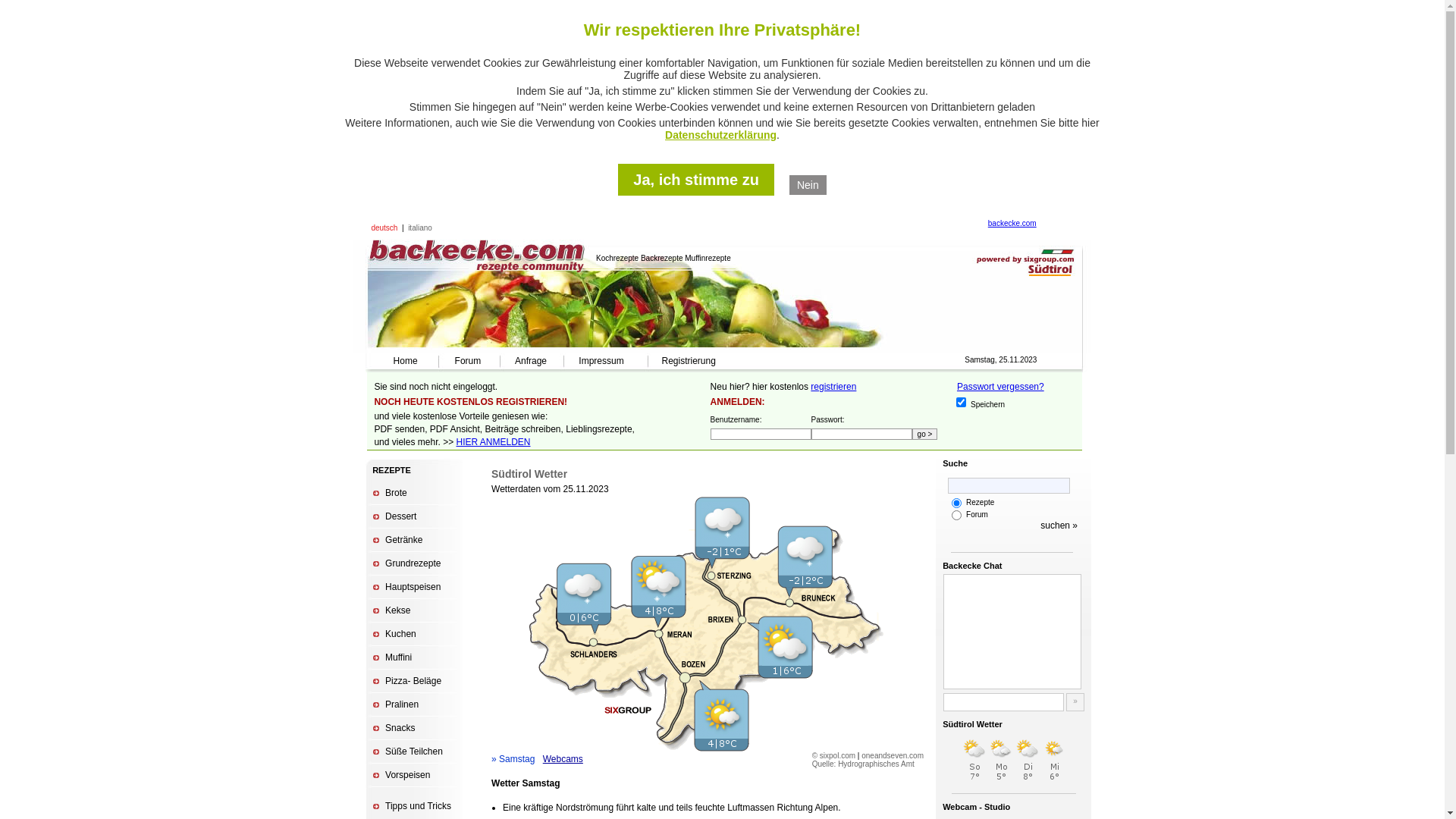 The width and height of the screenshot is (1456, 819). Describe the element at coordinates (618, 178) in the screenshot. I see `'Ja, ich stimme zu'` at that location.